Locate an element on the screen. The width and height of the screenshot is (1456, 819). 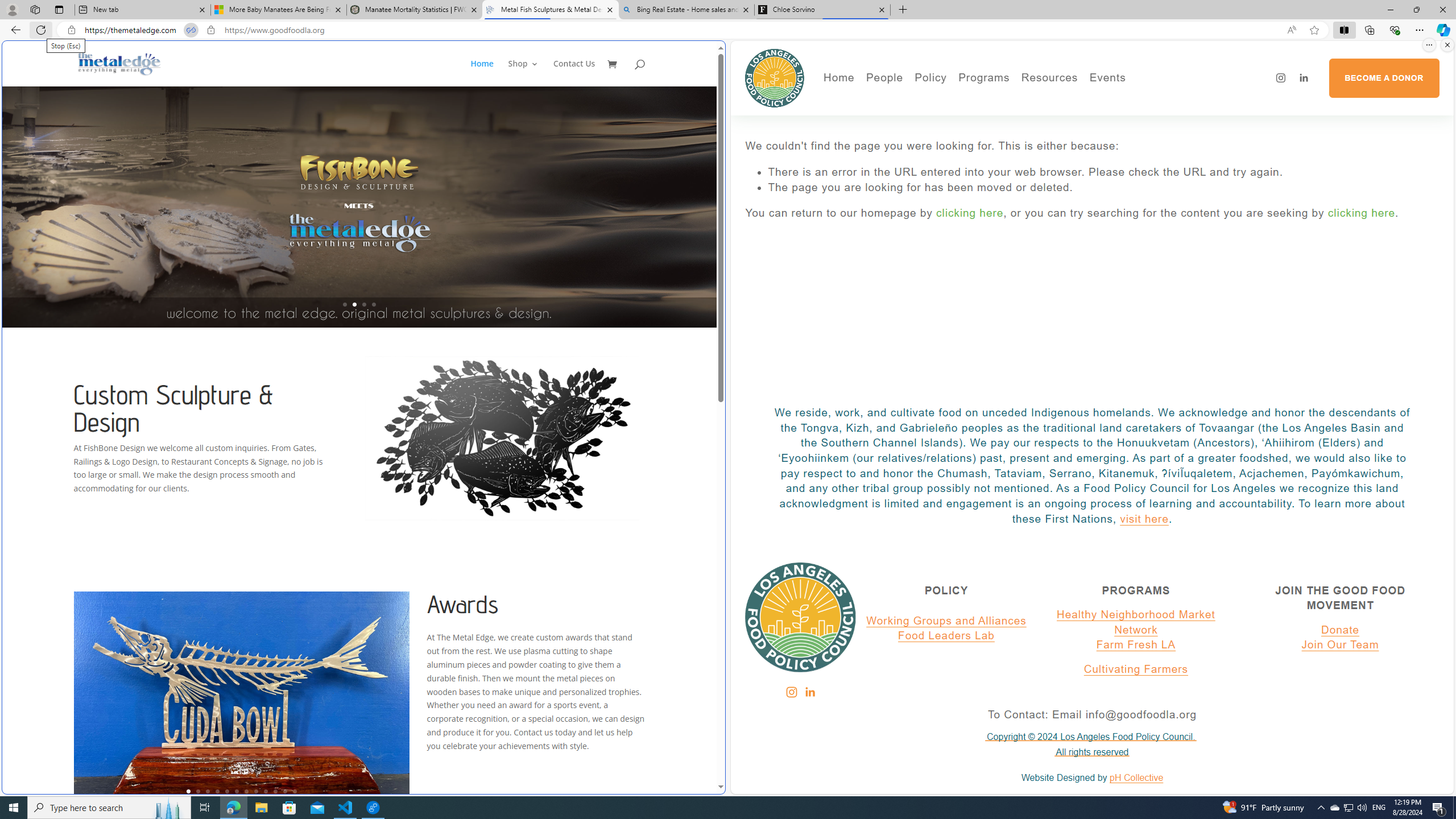
'5' is located at coordinates (227, 791).